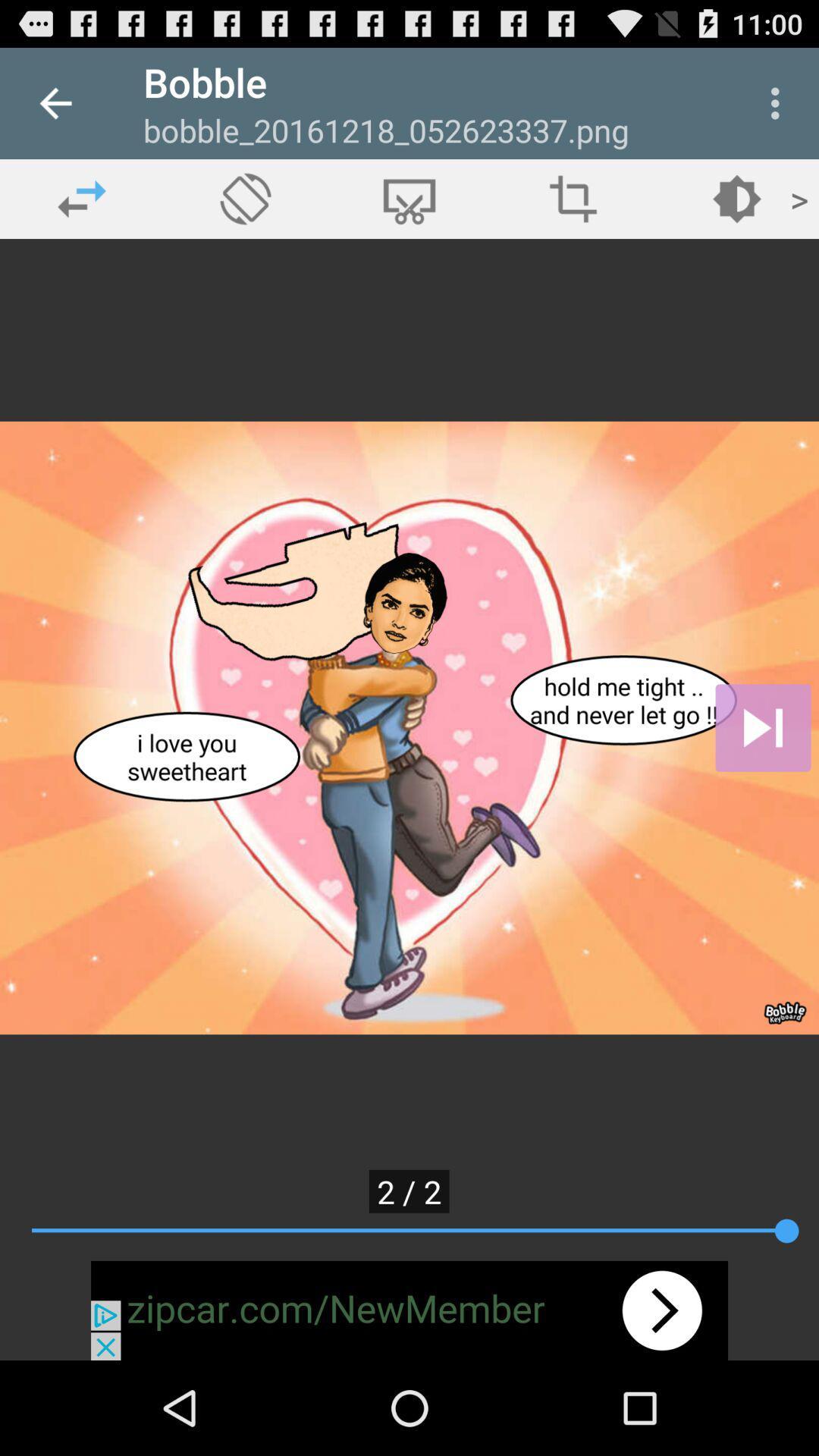  What do you see at coordinates (763, 728) in the screenshot?
I see `the skip_next icon` at bounding box center [763, 728].